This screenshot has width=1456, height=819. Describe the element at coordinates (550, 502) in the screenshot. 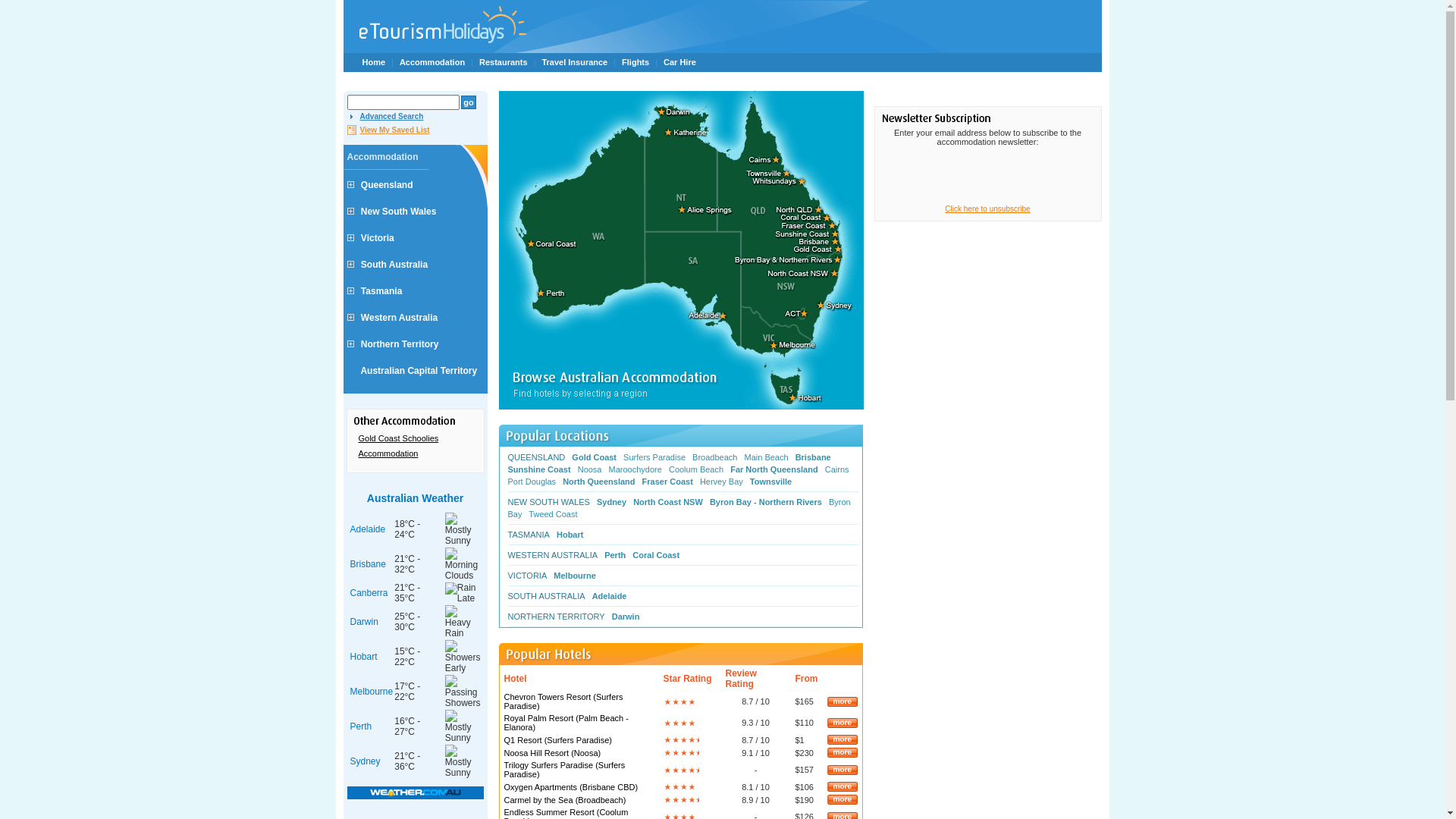

I see `'NEW SOUTH WALES'` at that location.